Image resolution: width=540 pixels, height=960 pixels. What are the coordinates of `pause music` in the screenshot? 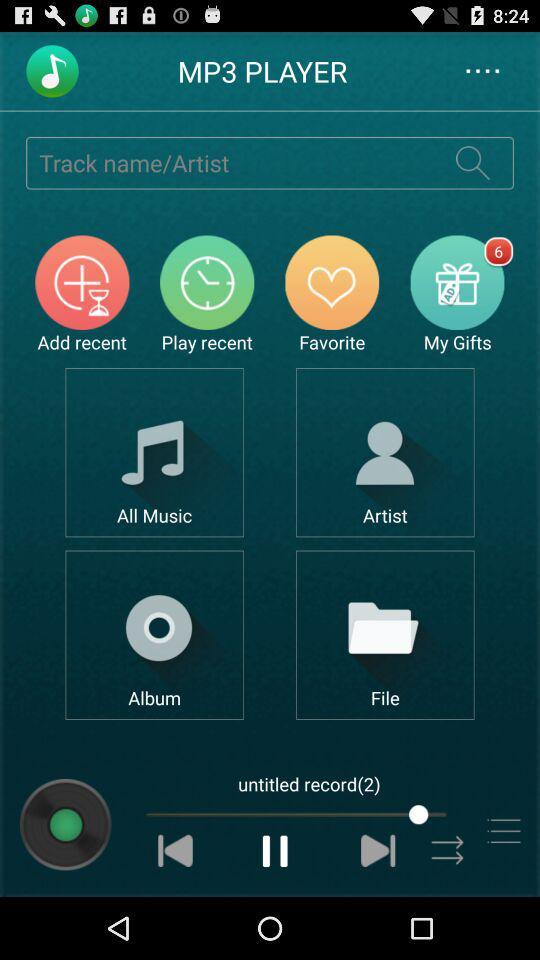 It's located at (275, 849).